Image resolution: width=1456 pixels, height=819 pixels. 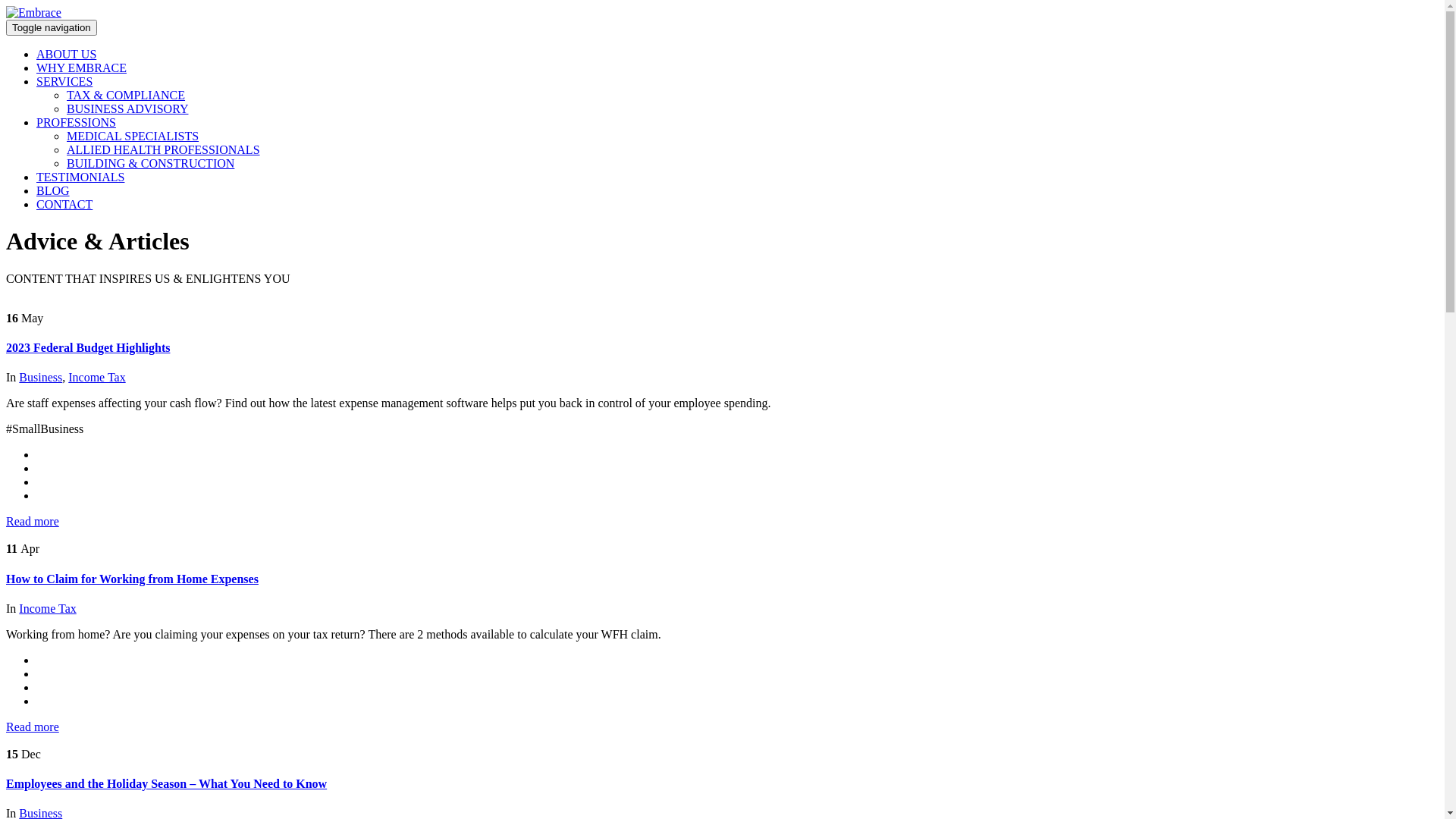 What do you see at coordinates (40, 376) in the screenshot?
I see `'Business'` at bounding box center [40, 376].